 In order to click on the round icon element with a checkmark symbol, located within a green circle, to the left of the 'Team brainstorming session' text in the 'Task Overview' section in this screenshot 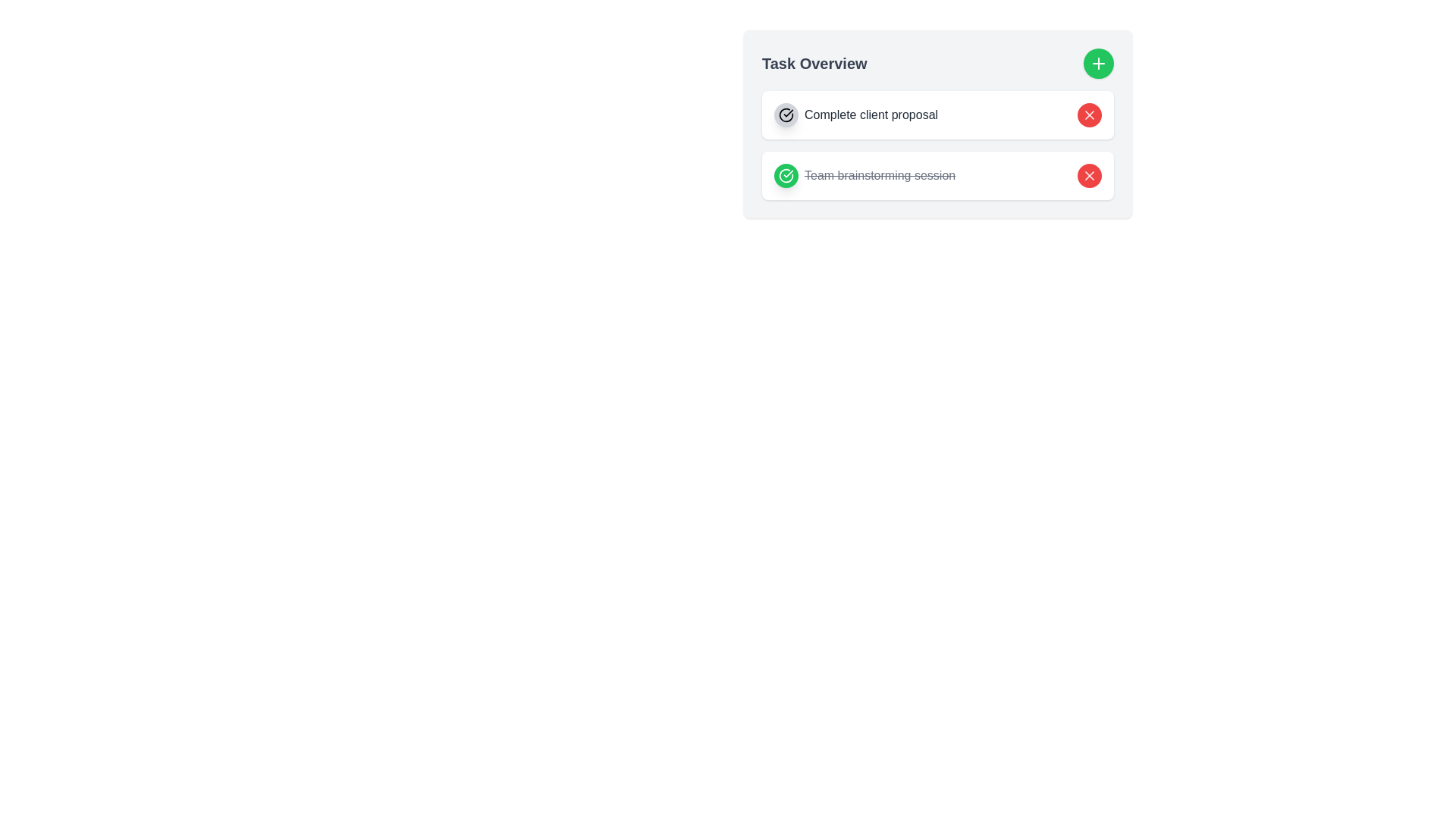, I will do `click(786, 174)`.